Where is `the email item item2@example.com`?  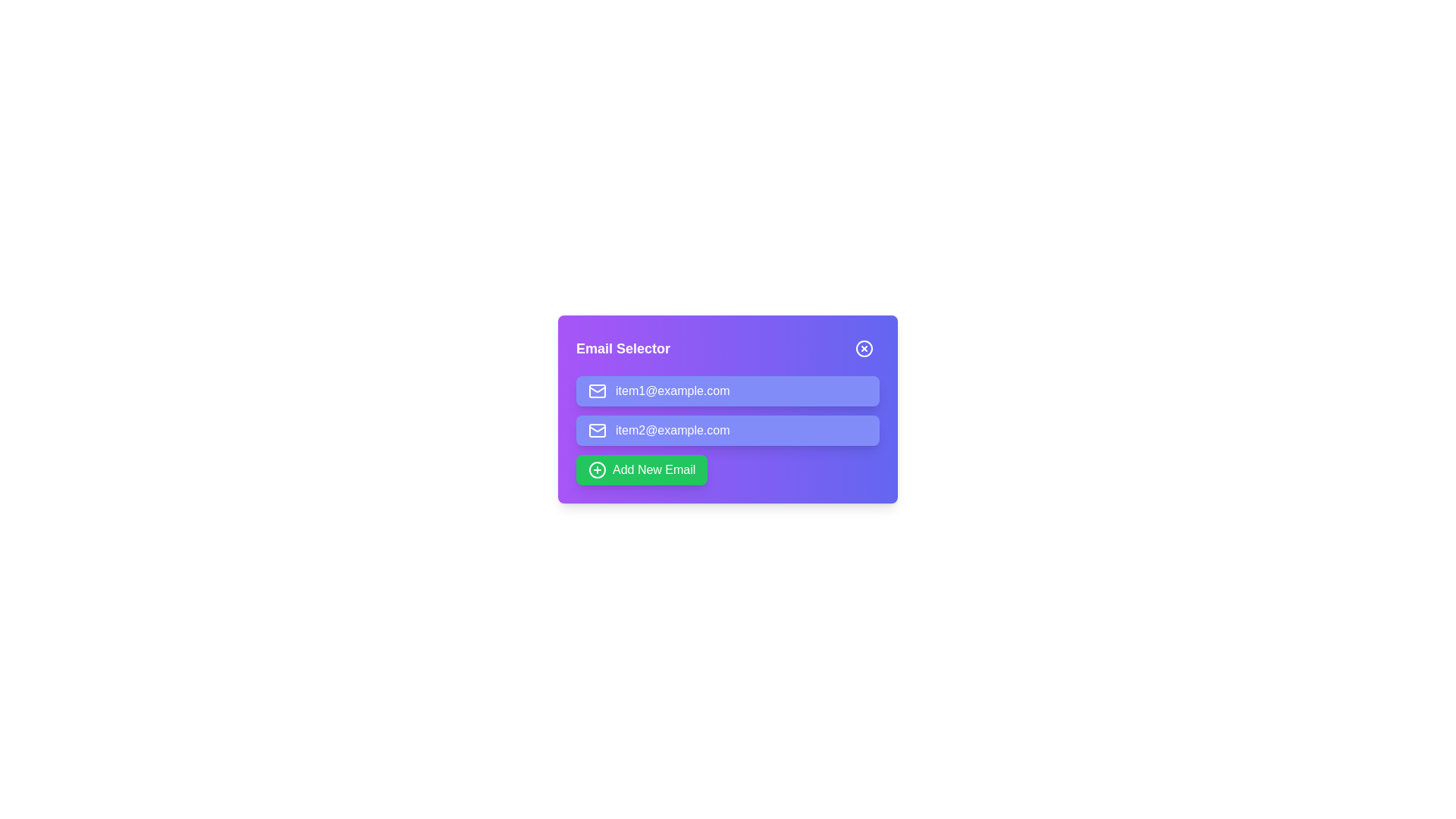
the email item item2@example.com is located at coordinates (728, 430).